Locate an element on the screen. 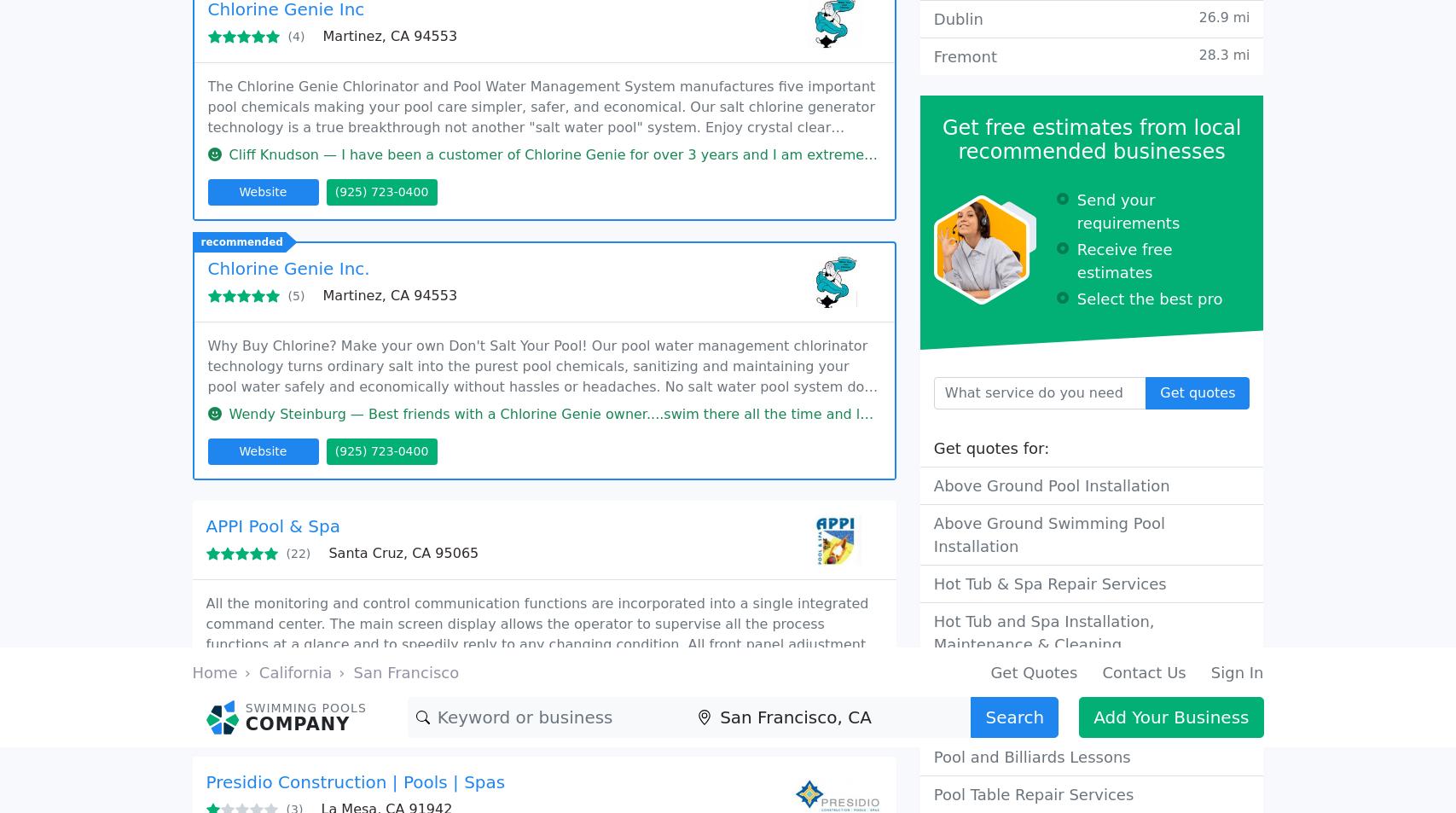  'Pool JR is a pool service company for home owners and commerical properties. Our services range from monthly services to critical pool repairs. We've solved lots of pool related issues for our pool owners and families. Contact us today and be a part of it. Part of our cleaning services are Acid Wash, Plastering, Tile Repair and Clean, Drains, Filter Cleans, Pump repairs and Vacuum services.

Regular' is located at coordinates (542, 125).